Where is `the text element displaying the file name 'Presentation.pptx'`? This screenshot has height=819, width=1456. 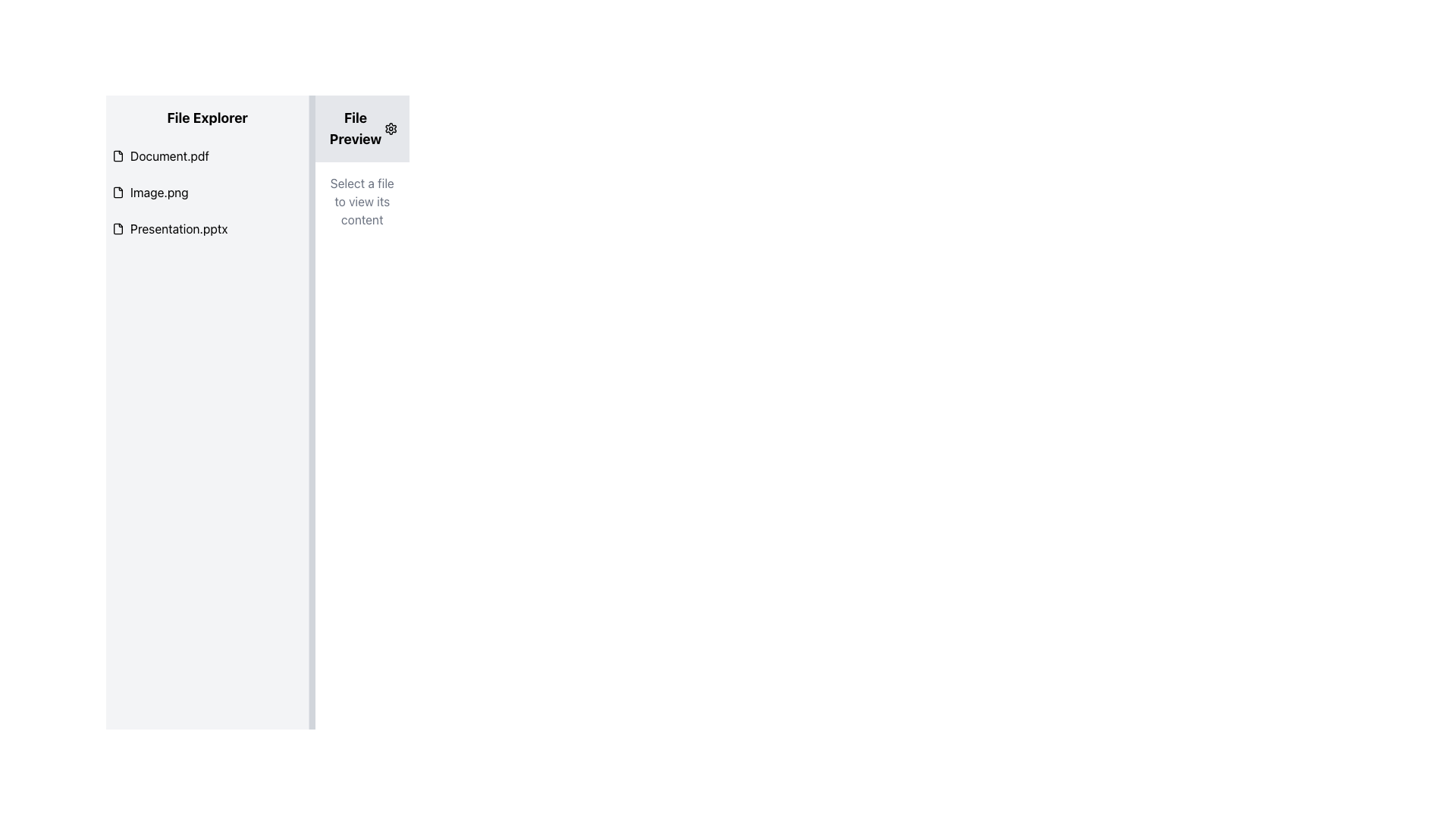 the text element displaying the file name 'Presentation.pptx' is located at coordinates (179, 228).